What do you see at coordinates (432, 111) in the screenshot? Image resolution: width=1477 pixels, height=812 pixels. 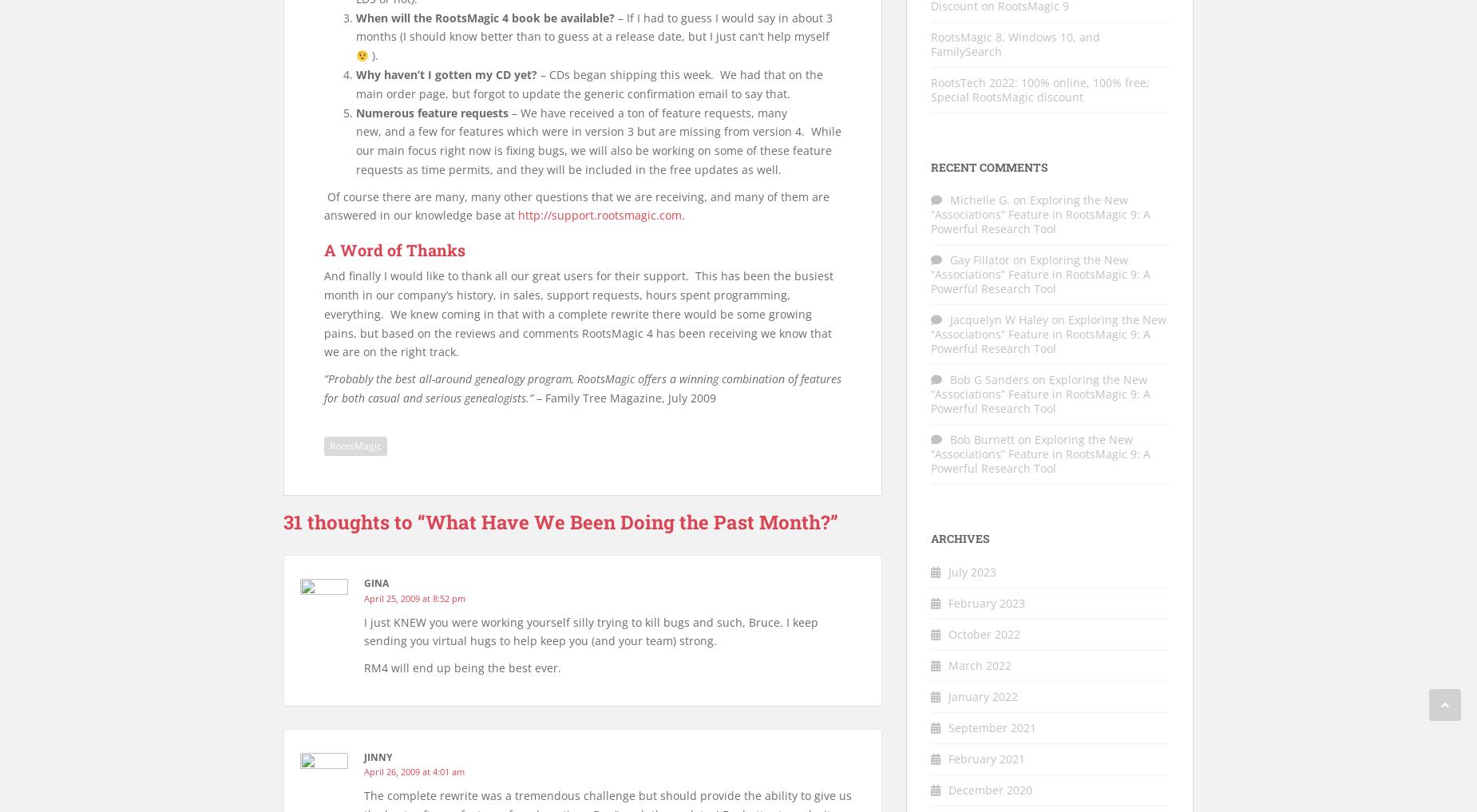 I see `'Numerous feature requests'` at bounding box center [432, 111].